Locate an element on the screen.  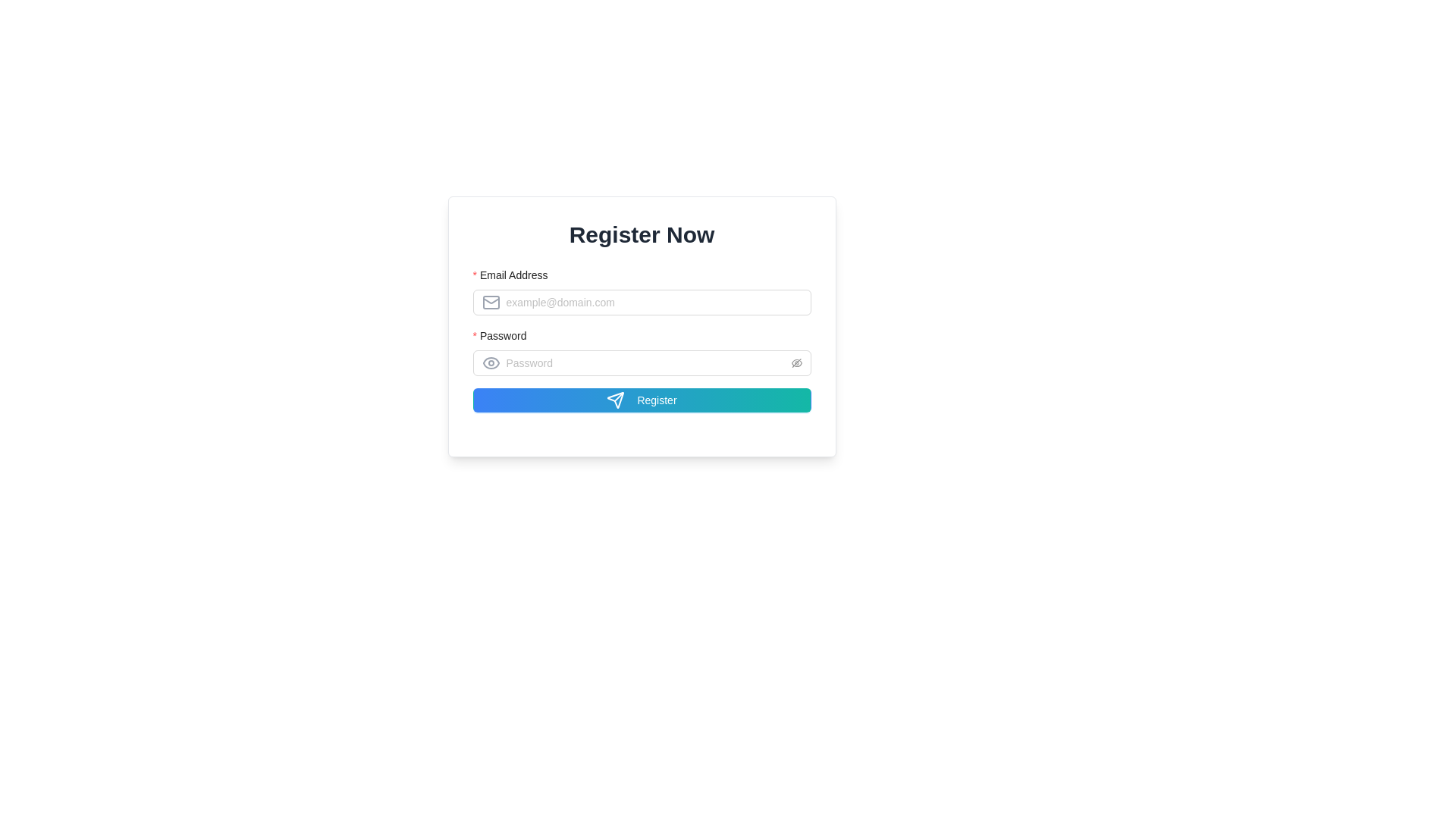
title displayed as 'Register Now', which is a large, bold text header centered at the top of the registration form is located at coordinates (642, 234).